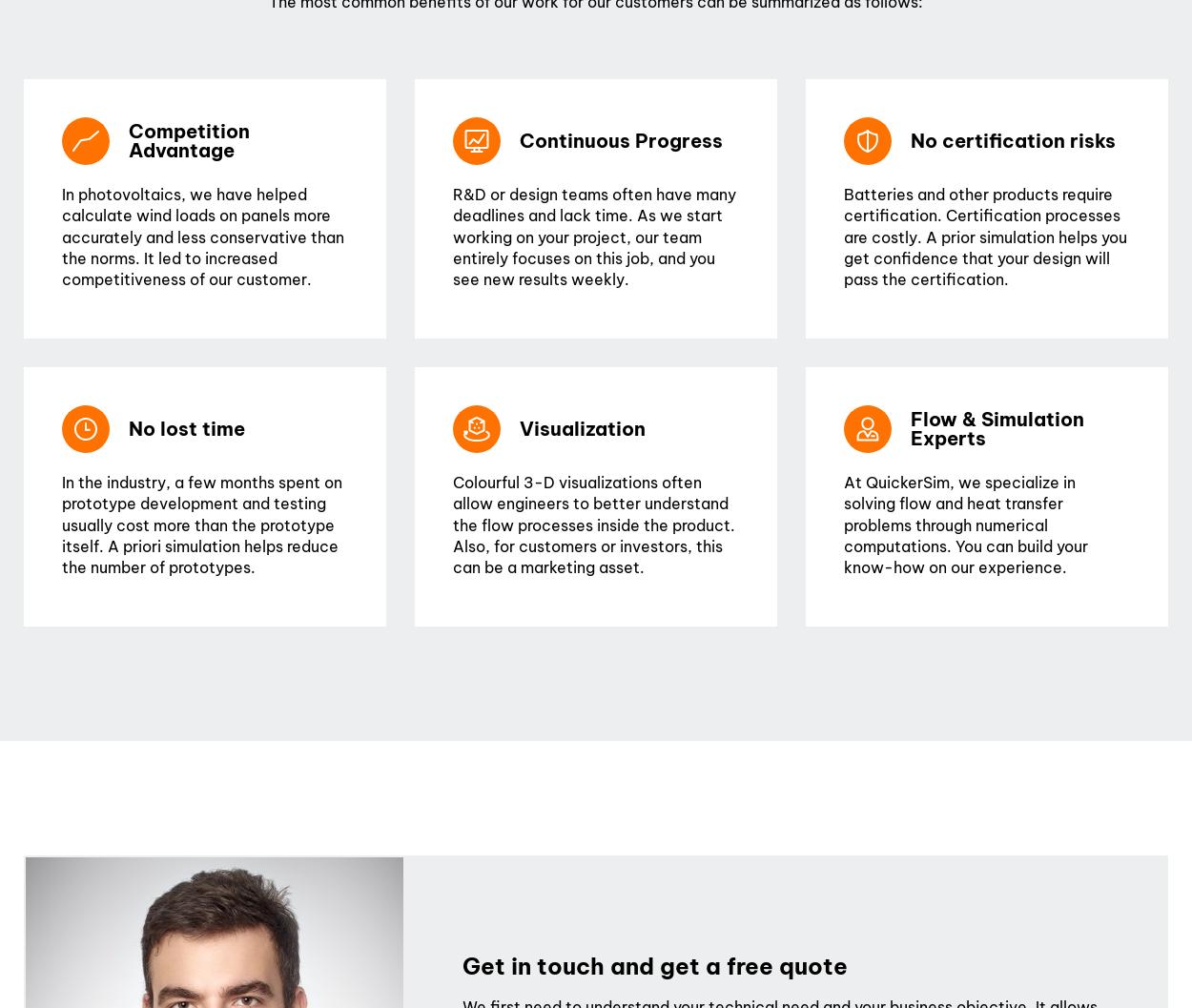 The height and width of the screenshot is (1008, 1192). What do you see at coordinates (202, 235) in the screenshot?
I see `'In photovoltaics, we have helped calculate wind loads on panels more accurately and less conservative than the norms. It led to increased competitiveness of our customer.'` at bounding box center [202, 235].